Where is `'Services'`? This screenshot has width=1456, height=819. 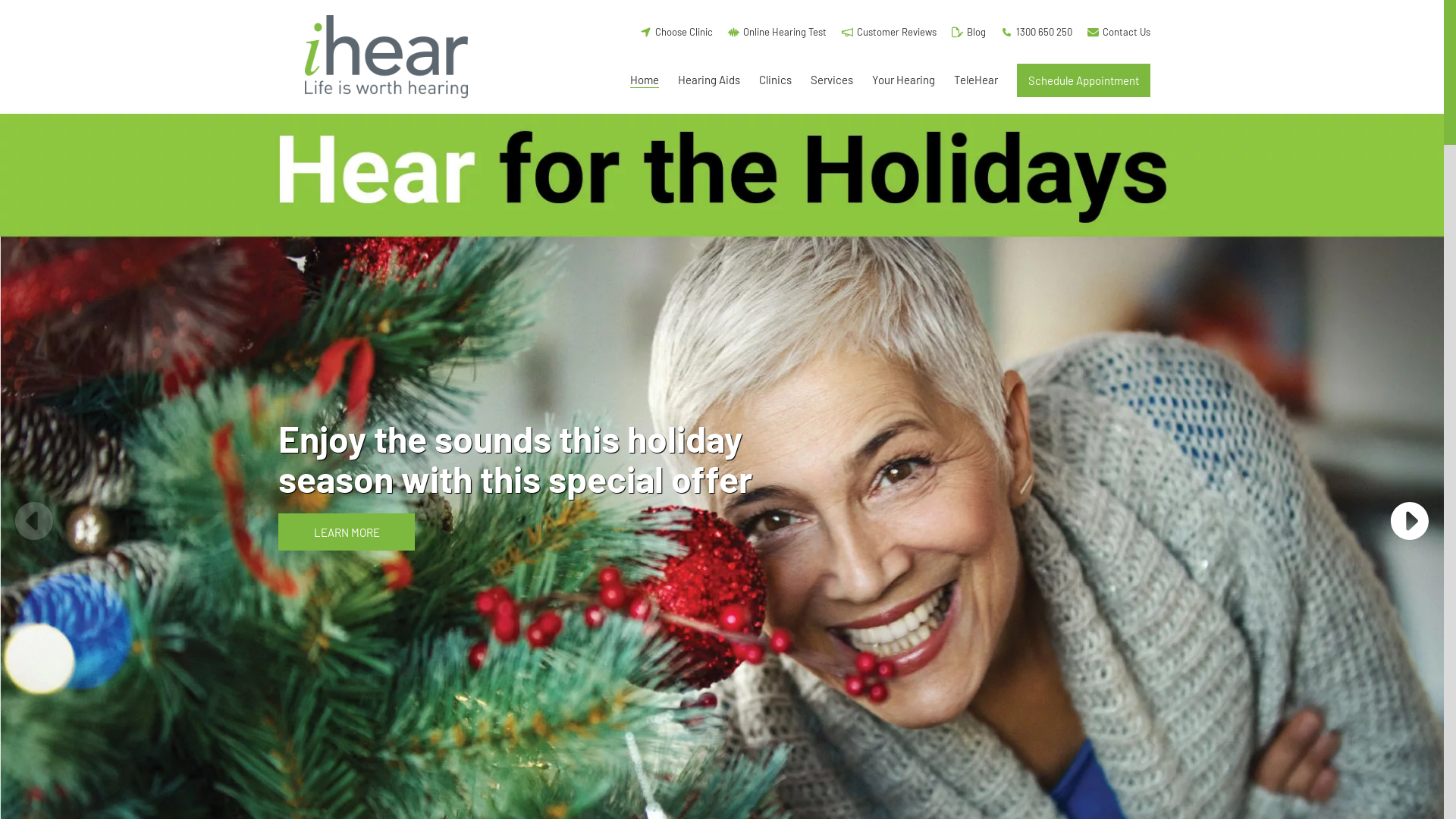
'Services' is located at coordinates (831, 80).